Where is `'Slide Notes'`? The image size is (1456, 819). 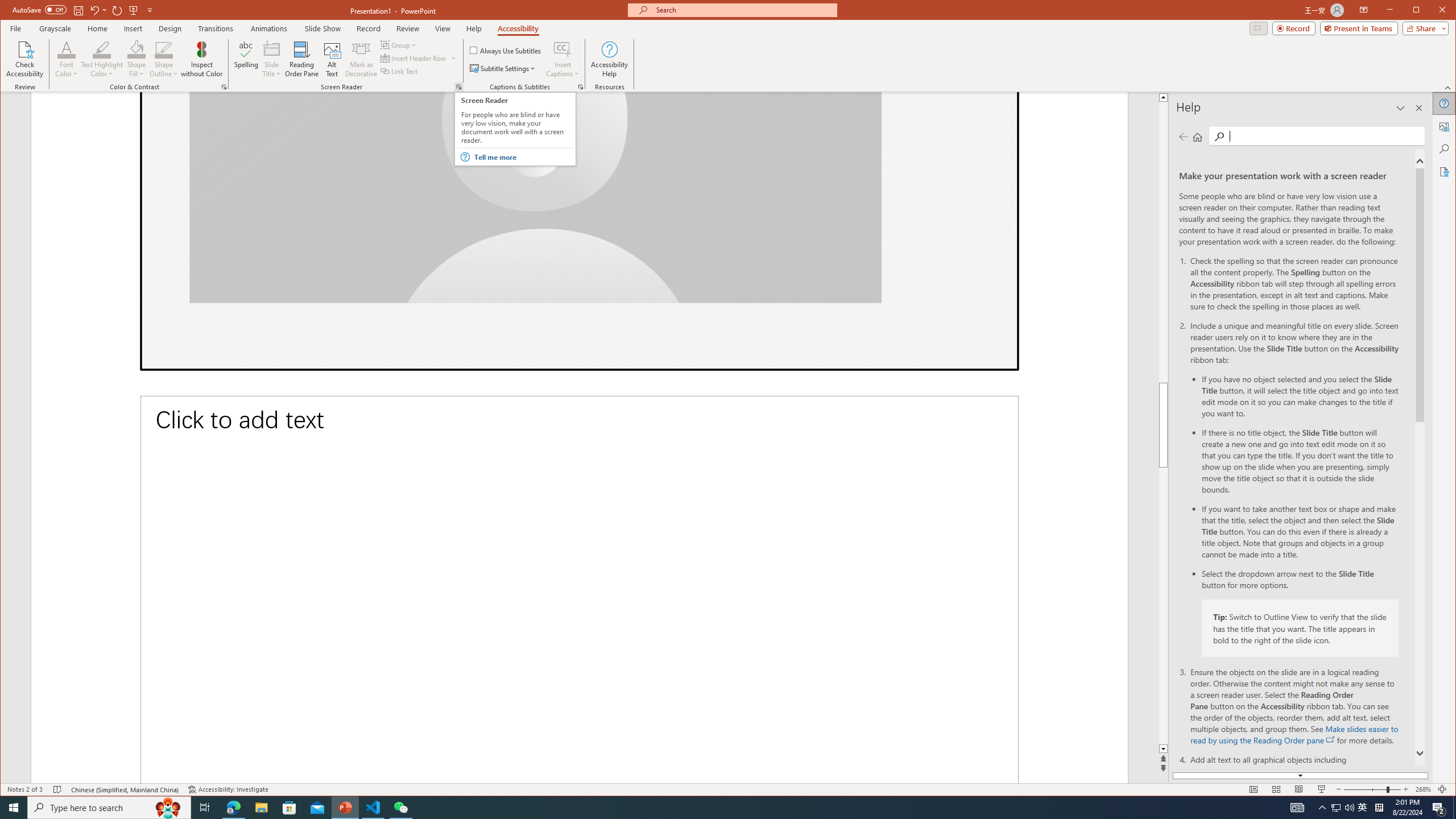
'Slide Notes' is located at coordinates (579, 589).